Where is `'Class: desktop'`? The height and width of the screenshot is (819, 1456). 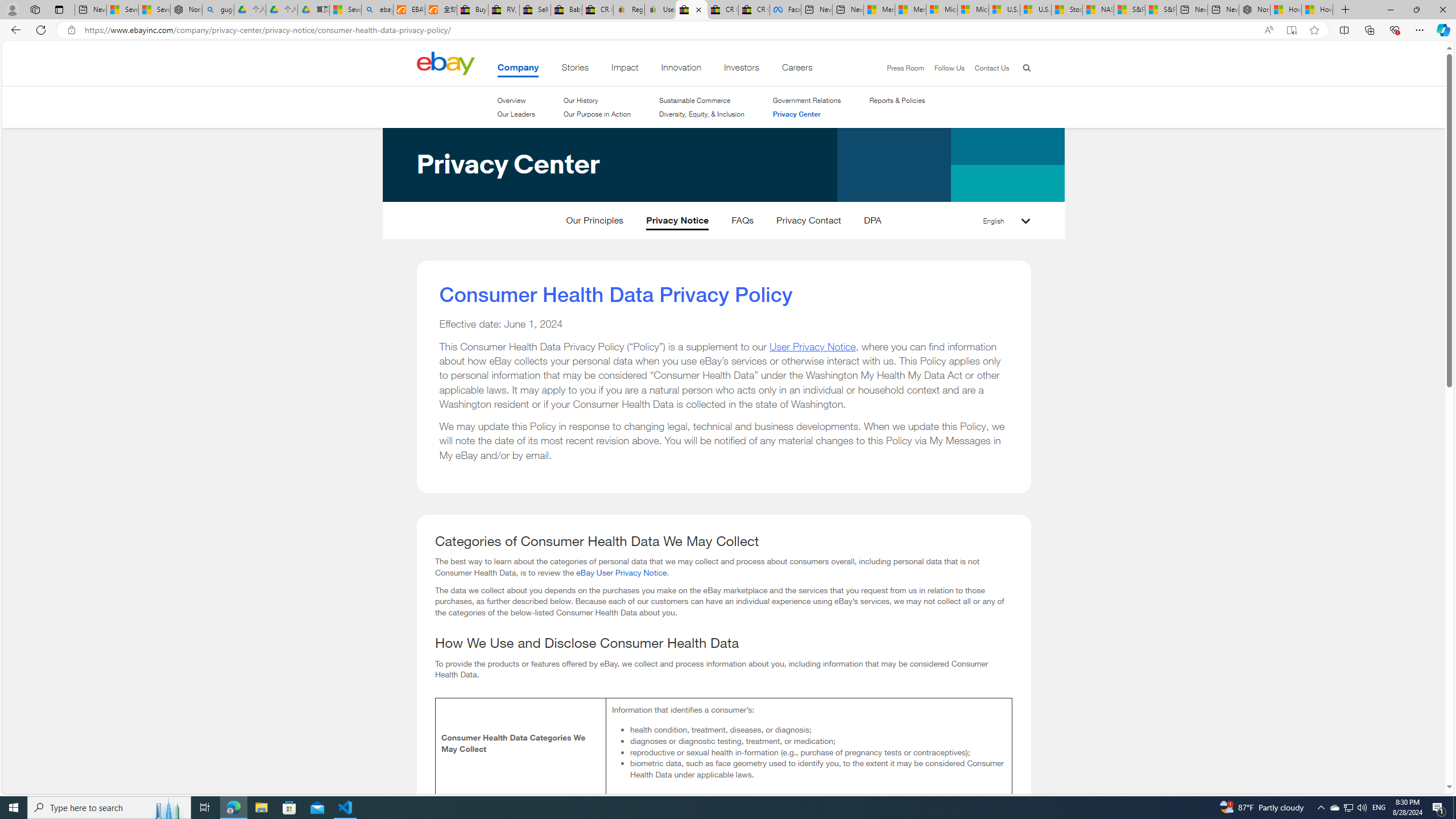 'Class: desktop' is located at coordinates (445, 63).